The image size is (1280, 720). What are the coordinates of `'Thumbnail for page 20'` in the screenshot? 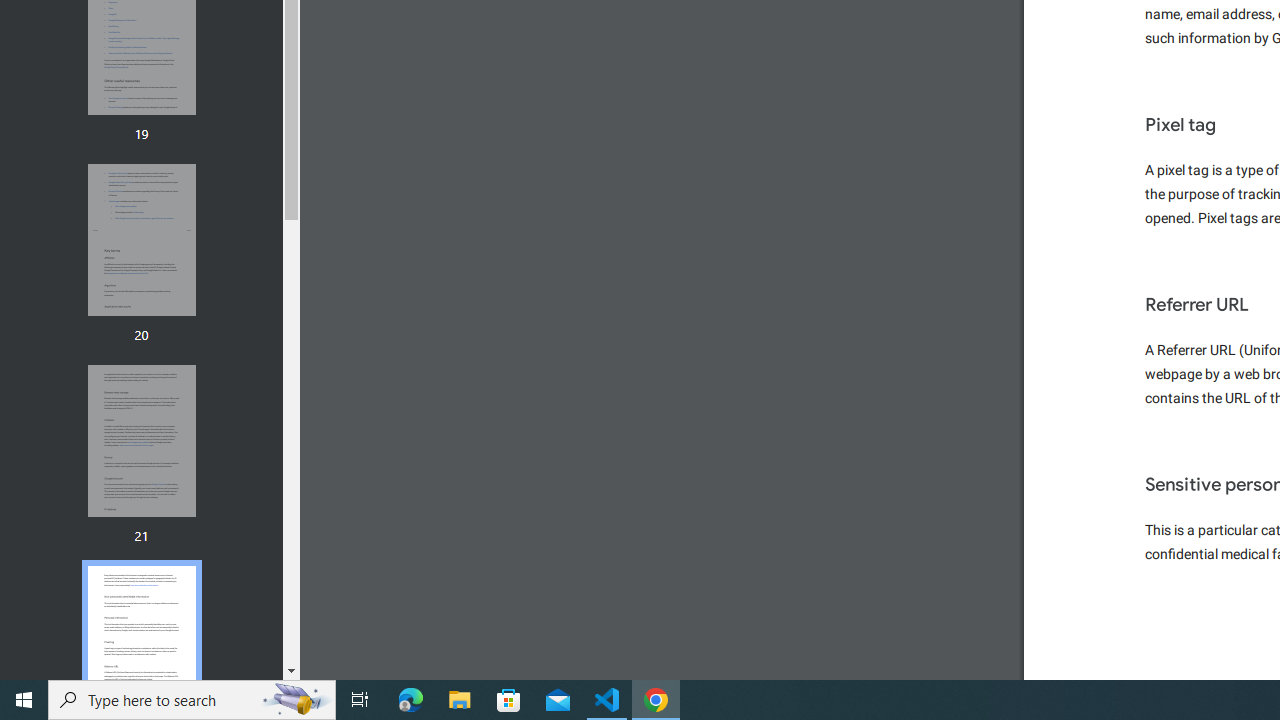 It's located at (140, 239).